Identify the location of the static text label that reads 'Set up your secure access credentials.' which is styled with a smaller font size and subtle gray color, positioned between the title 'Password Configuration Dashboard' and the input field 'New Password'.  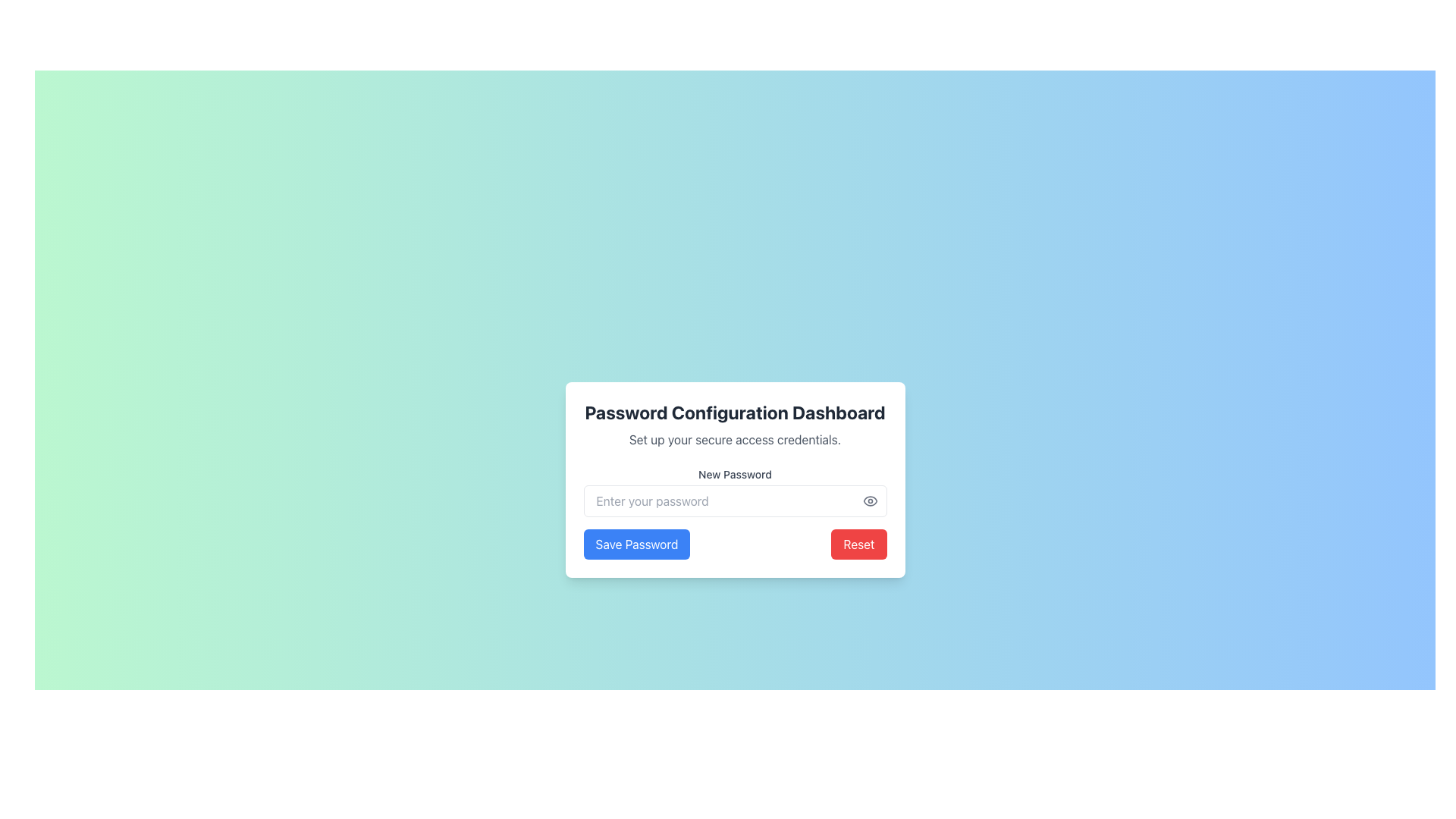
(735, 439).